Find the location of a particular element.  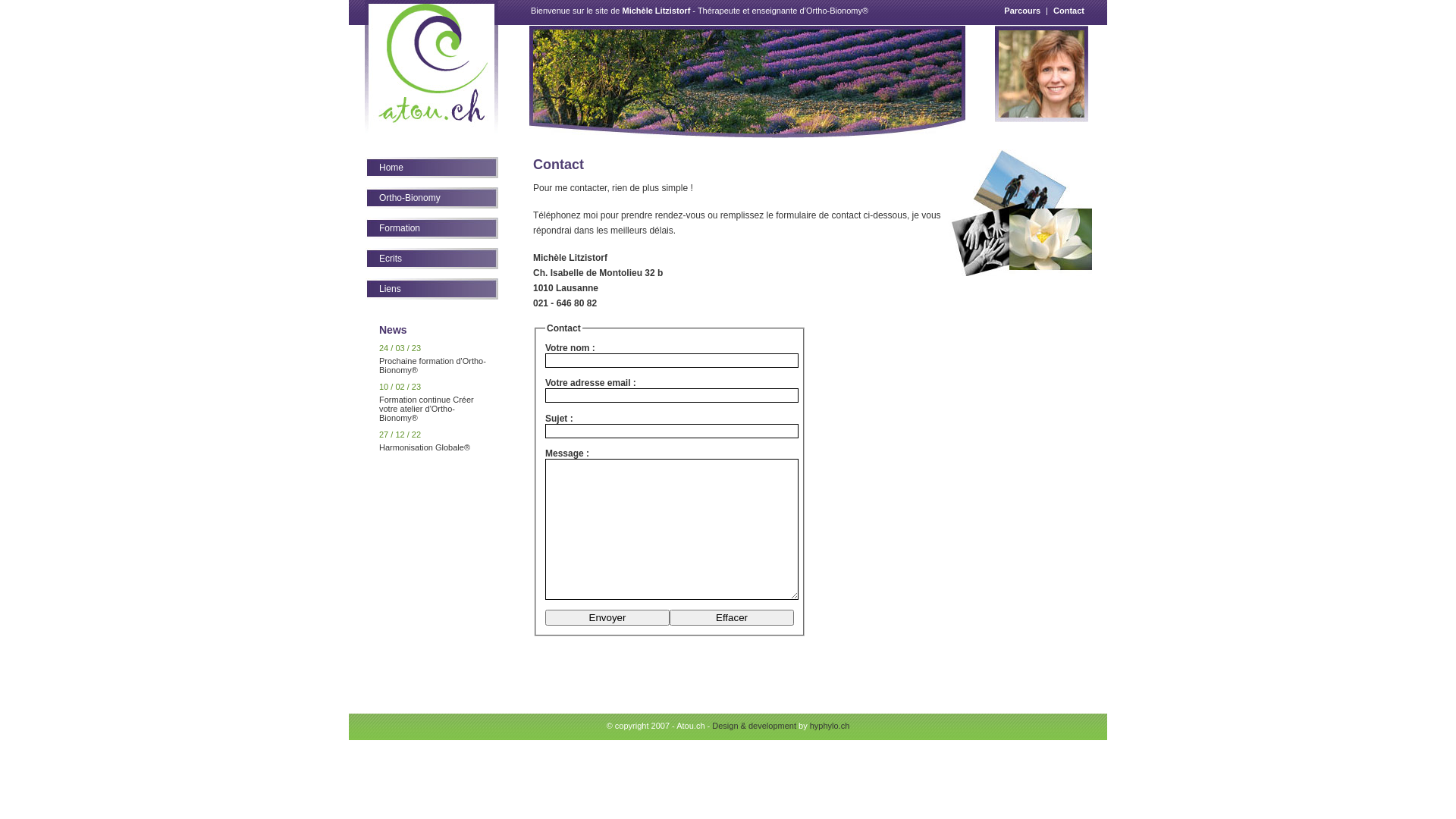

'Formation' is located at coordinates (431, 227).